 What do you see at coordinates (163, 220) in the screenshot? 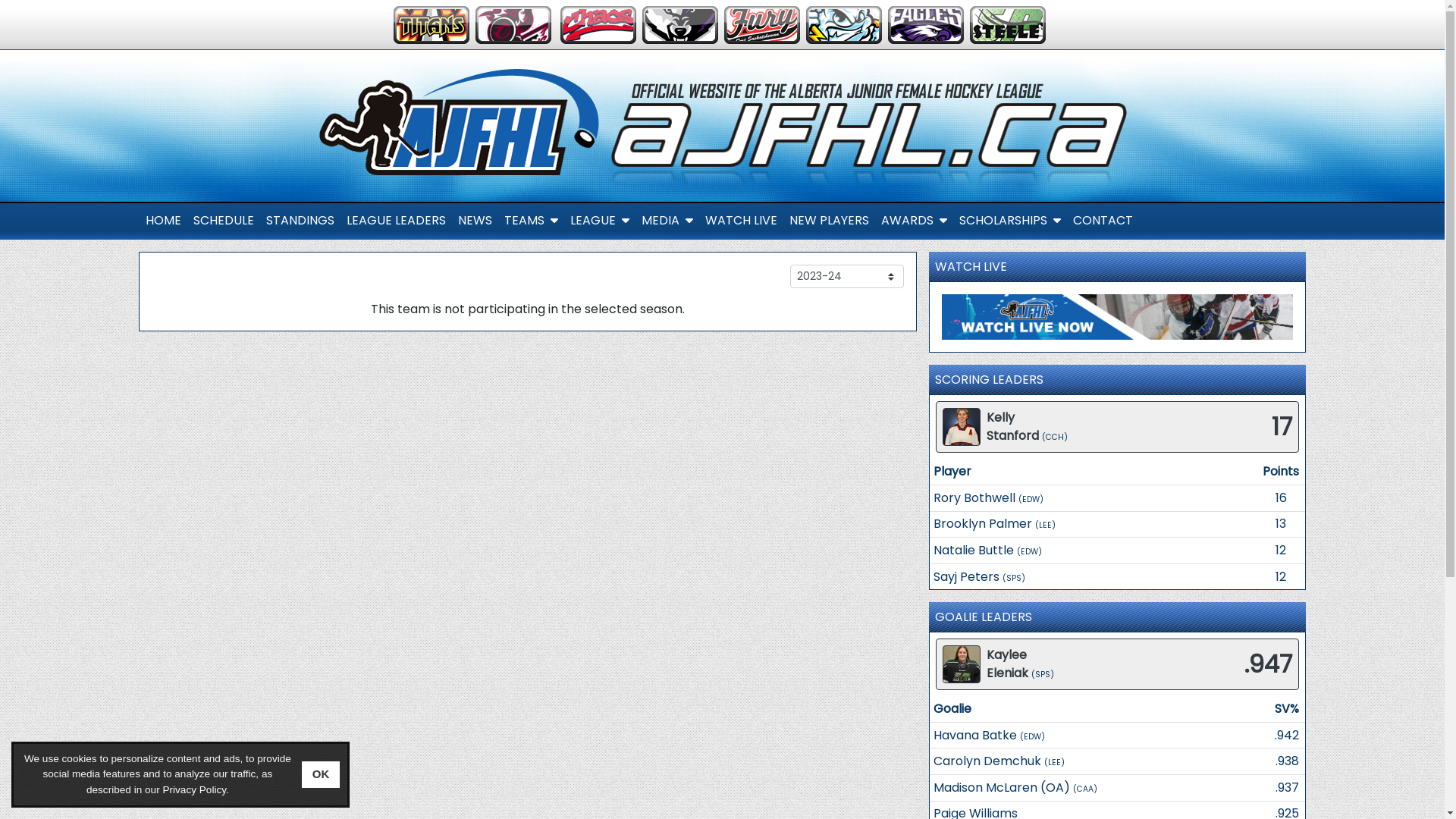
I see `'HOME'` at bounding box center [163, 220].